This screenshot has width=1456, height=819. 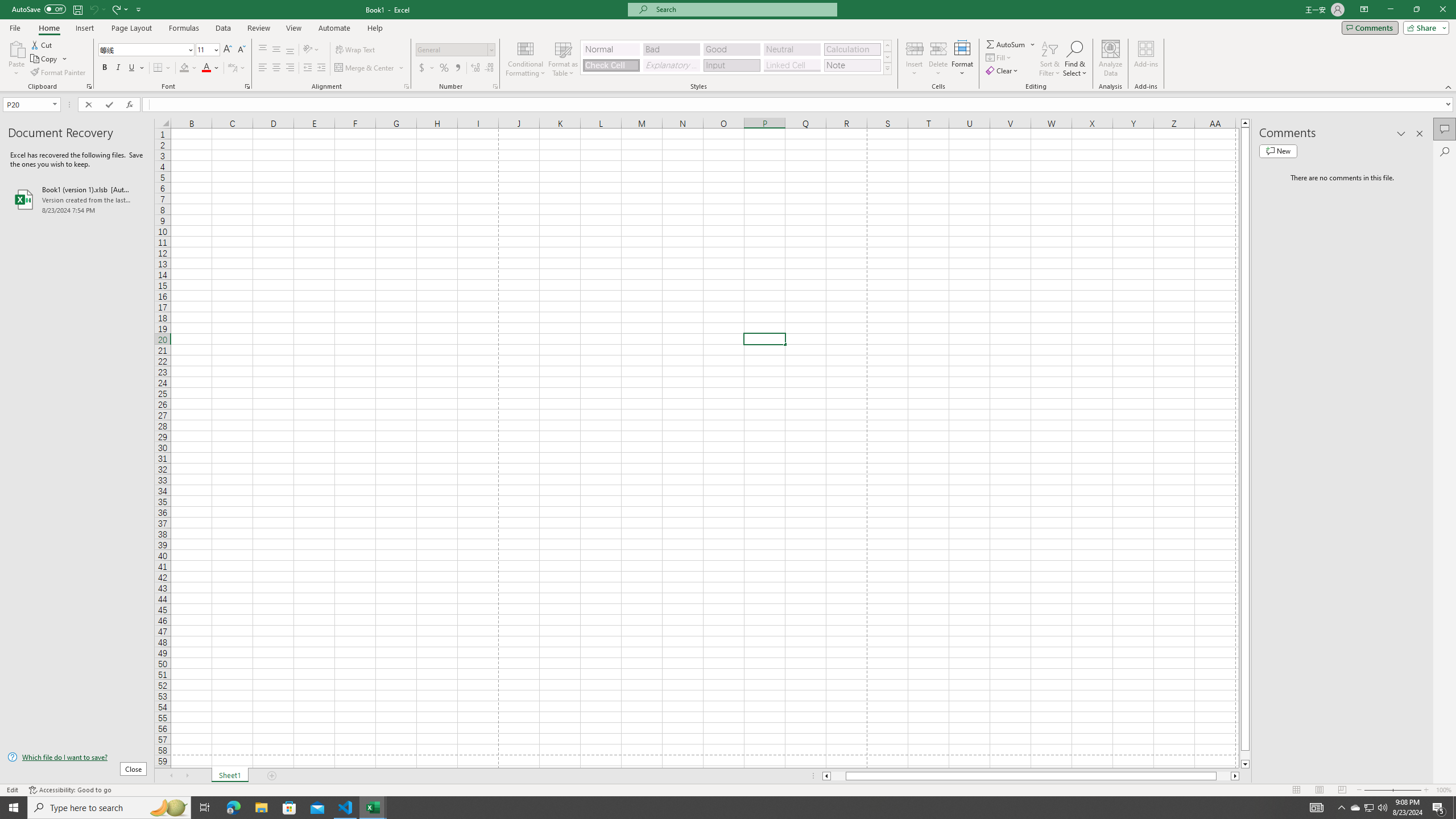 I want to click on 'Format Cell Font', so click(x=247, y=85).